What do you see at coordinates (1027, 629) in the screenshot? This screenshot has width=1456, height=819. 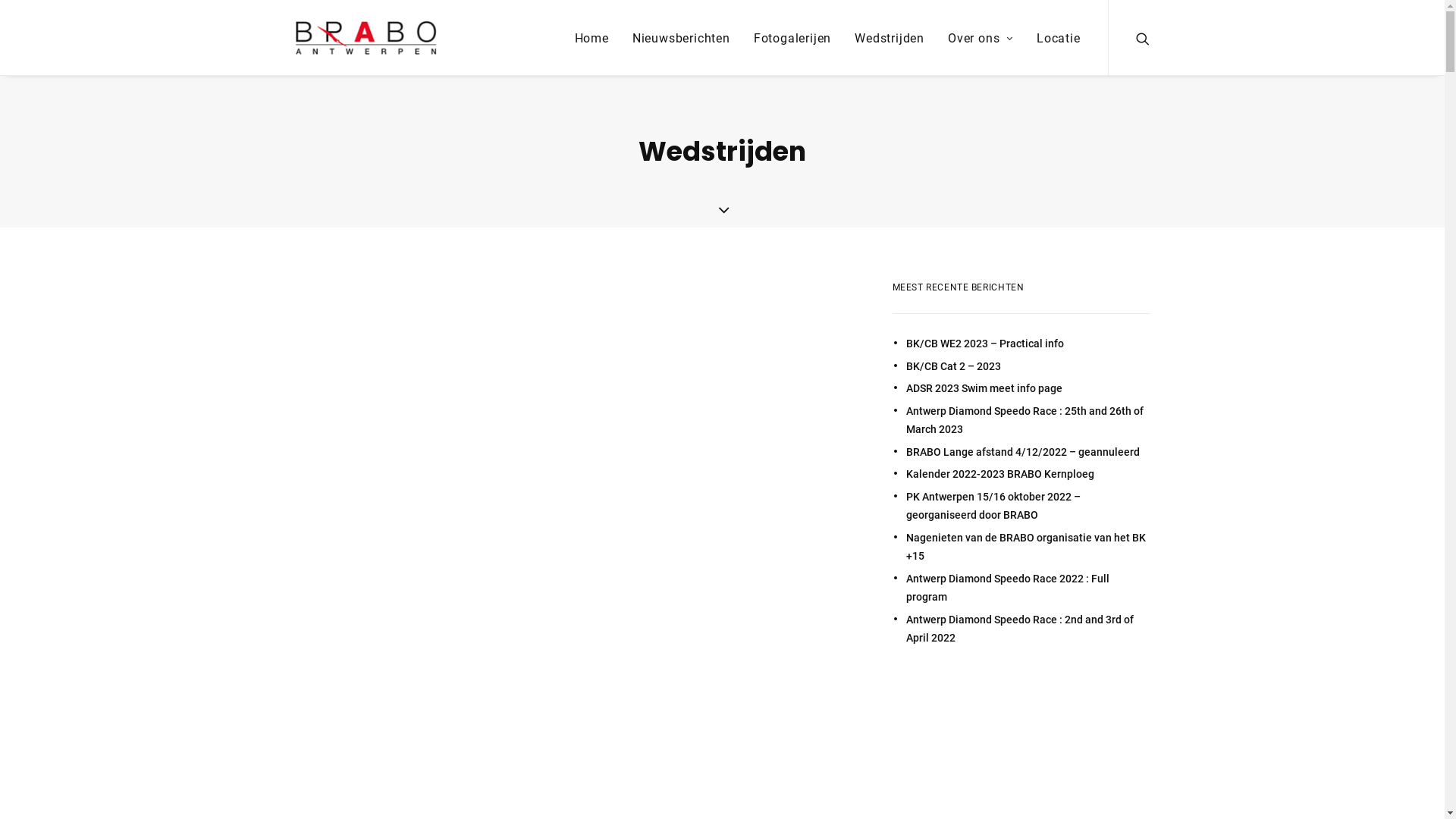 I see `'Antwerp Diamond Speedo Race : 2nd and 3rd of April 2022'` at bounding box center [1027, 629].